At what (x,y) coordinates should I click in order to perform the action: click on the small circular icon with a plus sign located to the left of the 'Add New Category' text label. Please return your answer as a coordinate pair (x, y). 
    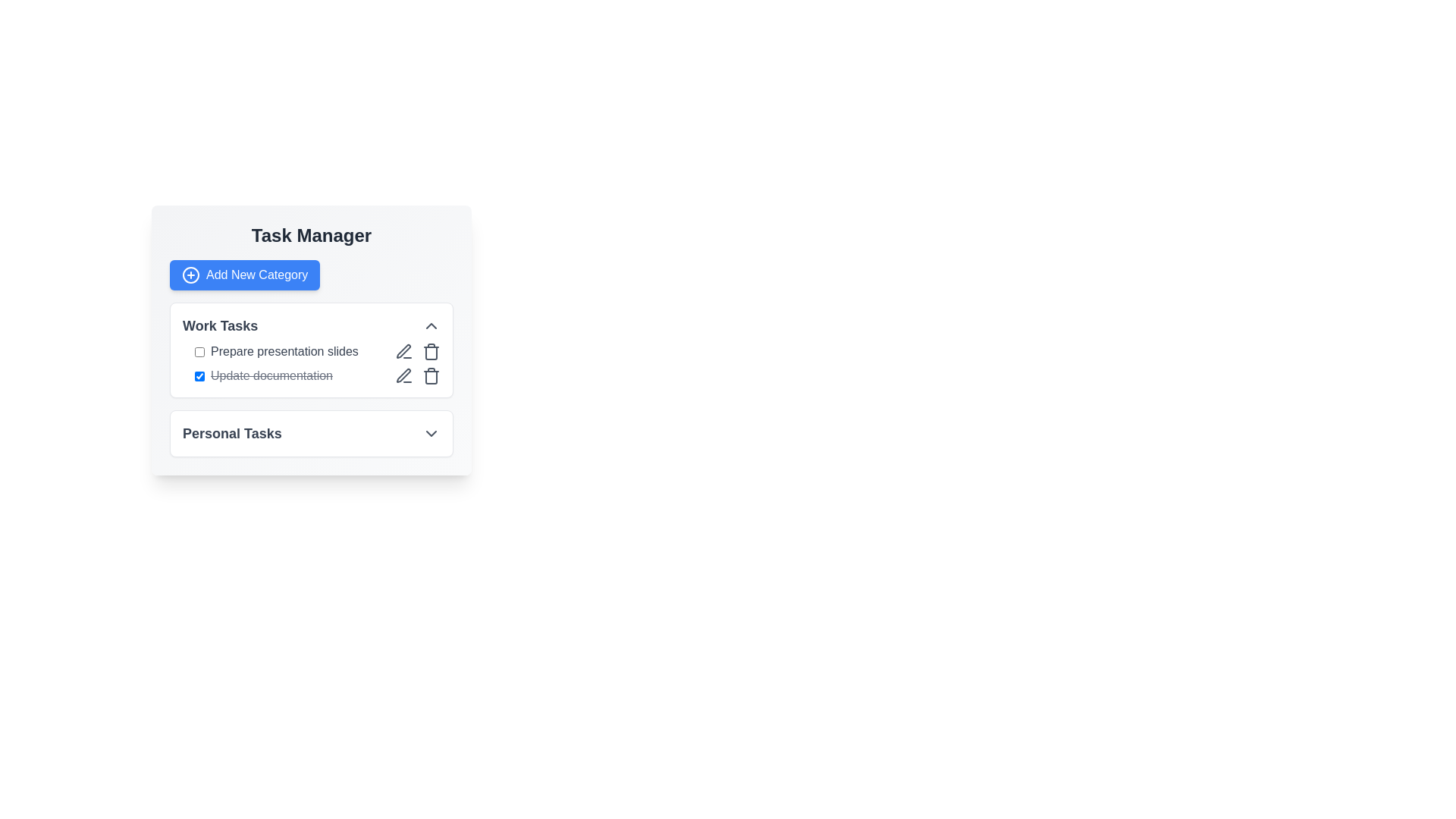
    Looking at the image, I should click on (190, 275).